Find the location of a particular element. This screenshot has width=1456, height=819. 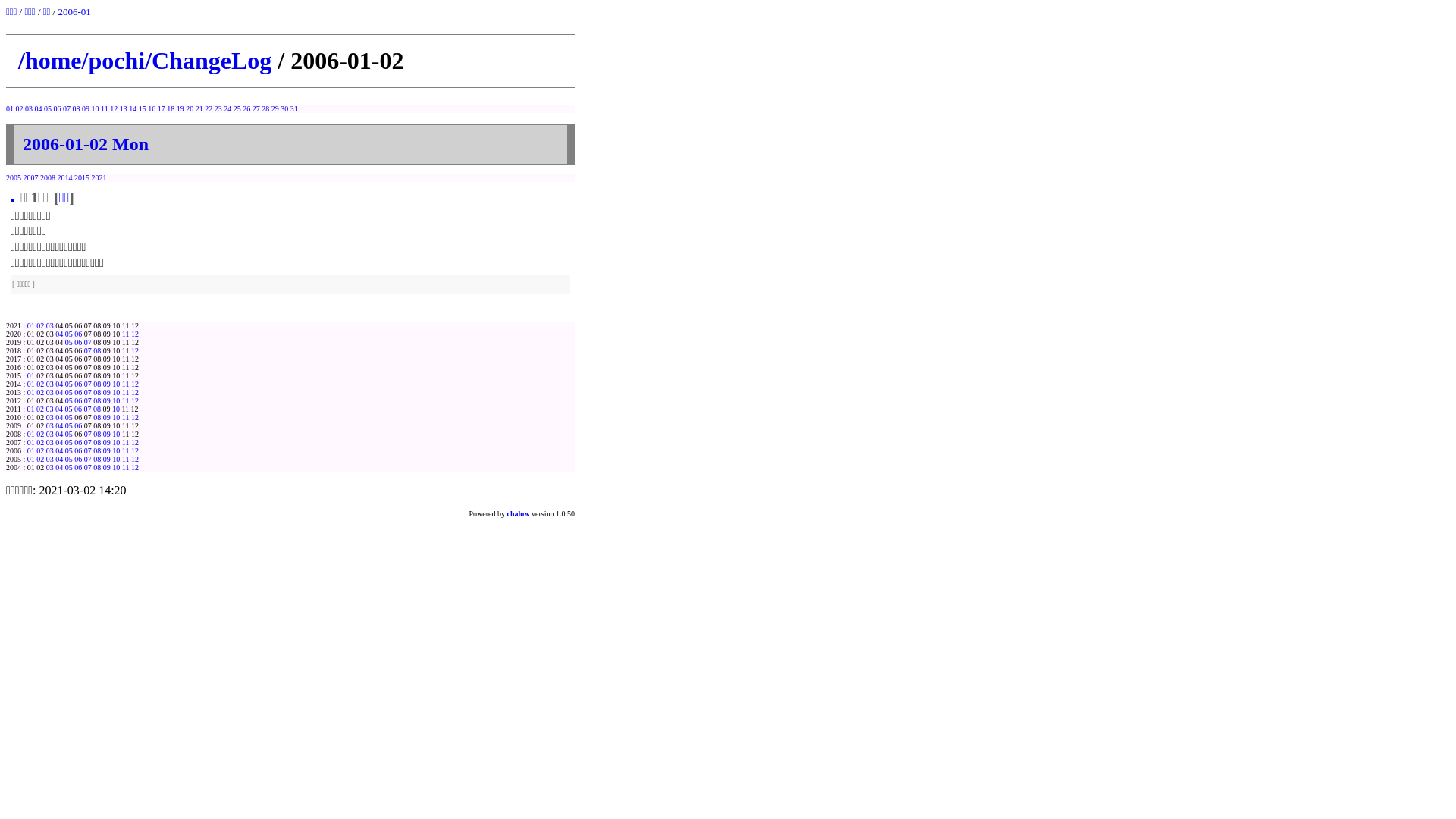

'11' is located at coordinates (122, 400).